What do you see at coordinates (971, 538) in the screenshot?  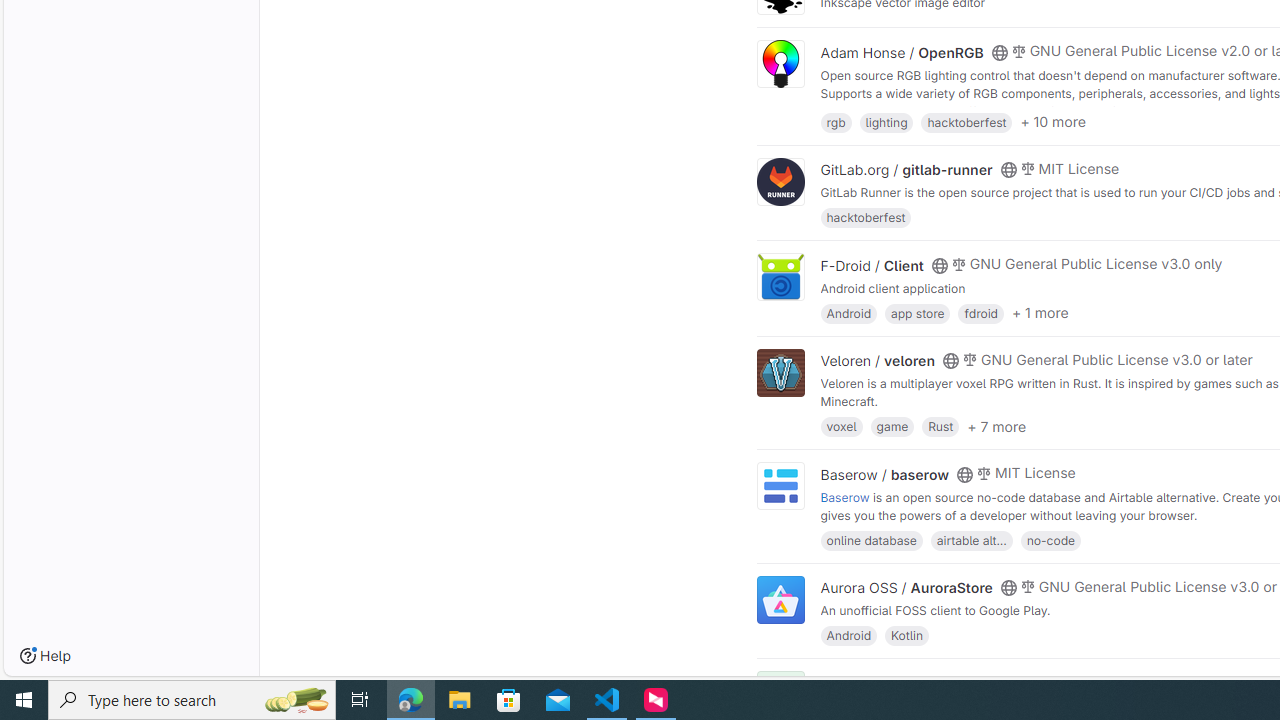 I see `'airtable alt...'` at bounding box center [971, 538].